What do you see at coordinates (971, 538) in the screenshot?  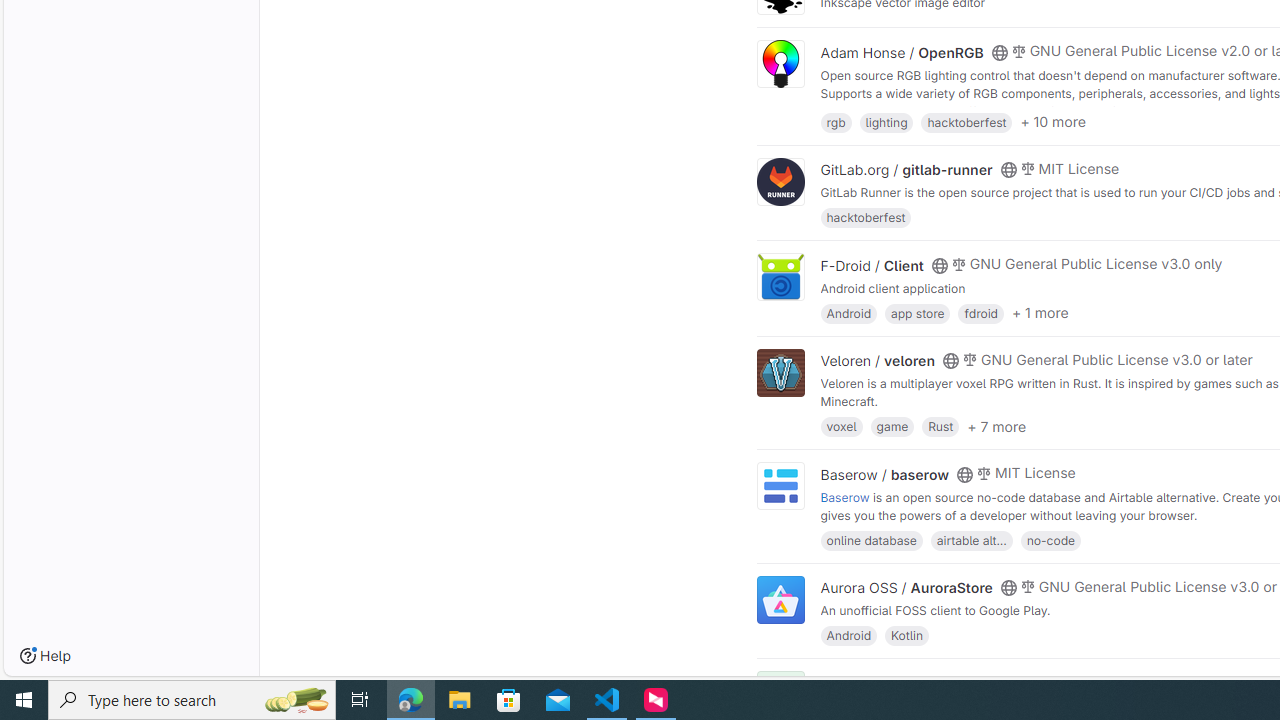 I see `'airtable alt...'` at bounding box center [971, 538].